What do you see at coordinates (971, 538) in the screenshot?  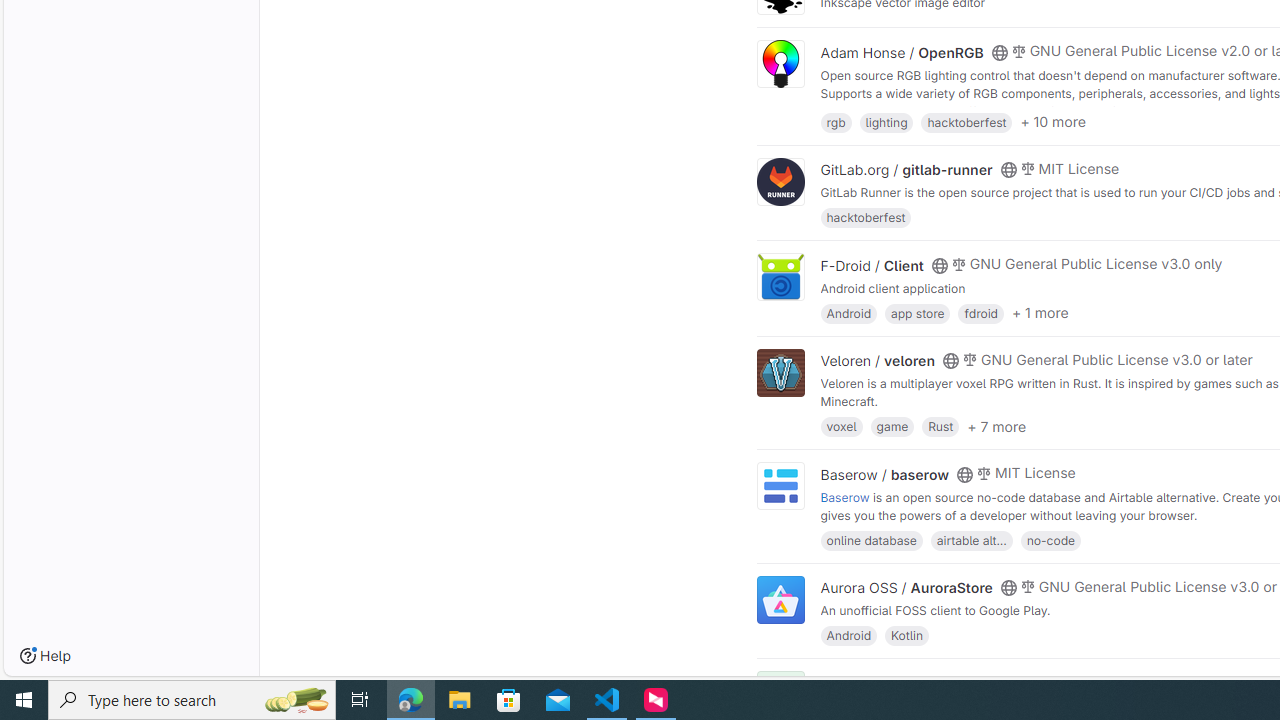 I see `'airtable alt...'` at bounding box center [971, 538].